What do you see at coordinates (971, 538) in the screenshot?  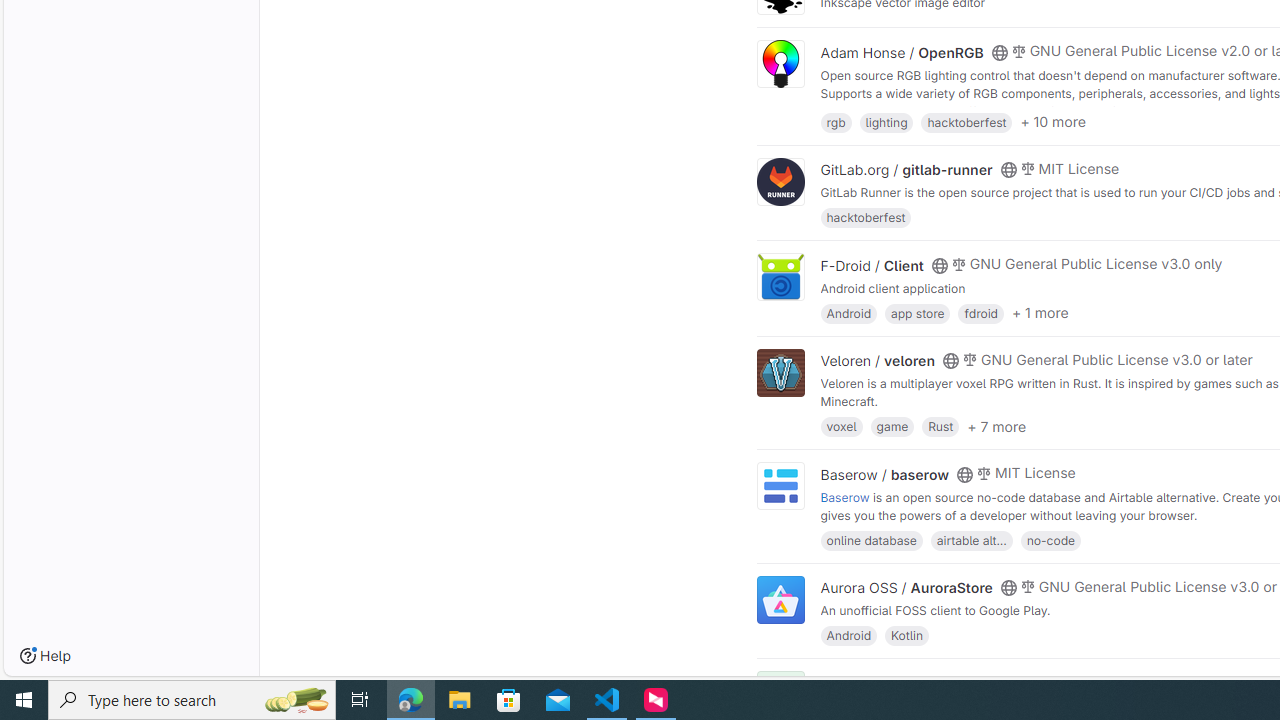 I see `'airtable alt...'` at bounding box center [971, 538].